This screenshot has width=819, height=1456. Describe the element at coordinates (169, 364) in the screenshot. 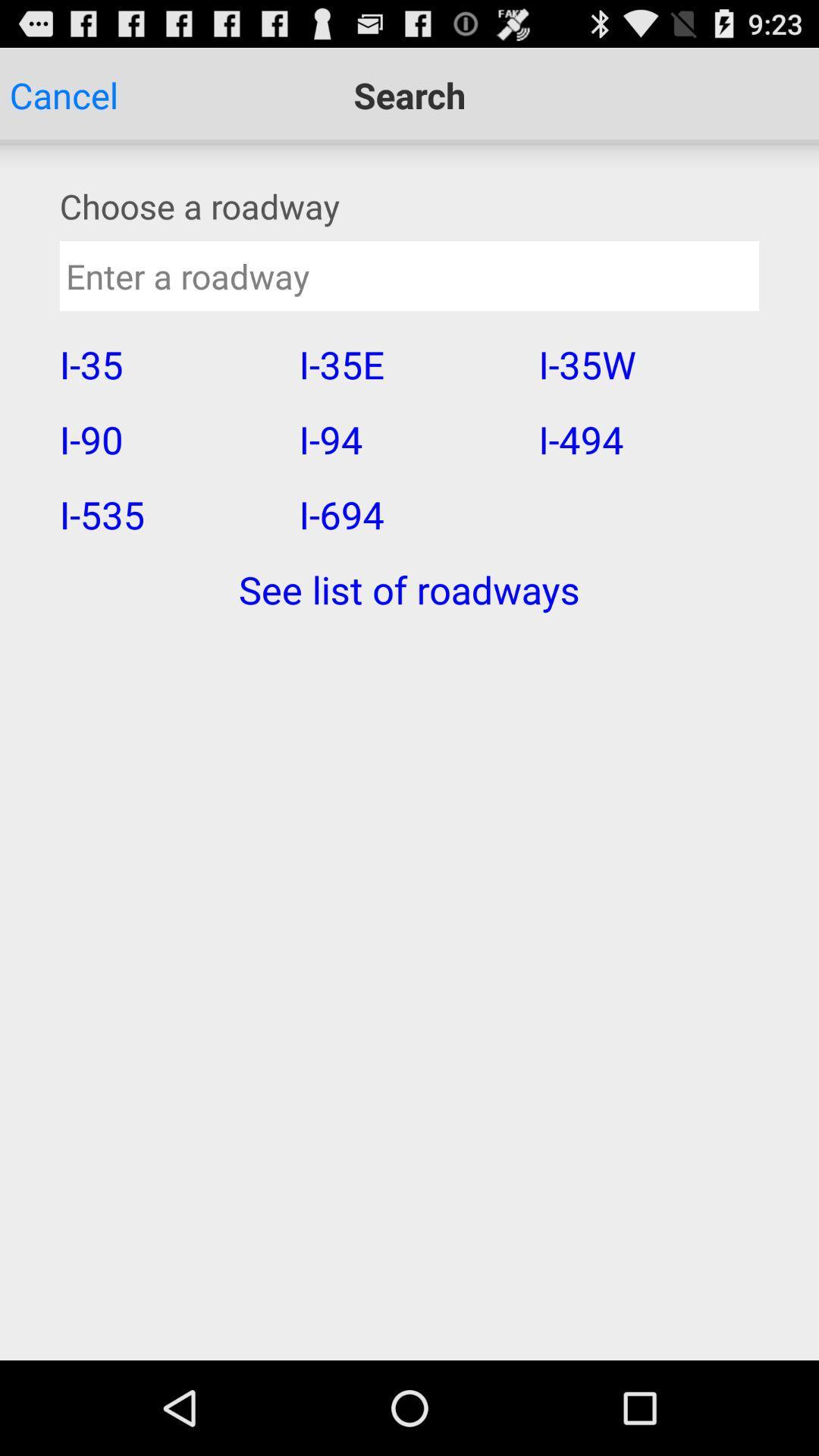

I see `the app to the left of i-35e icon` at that location.